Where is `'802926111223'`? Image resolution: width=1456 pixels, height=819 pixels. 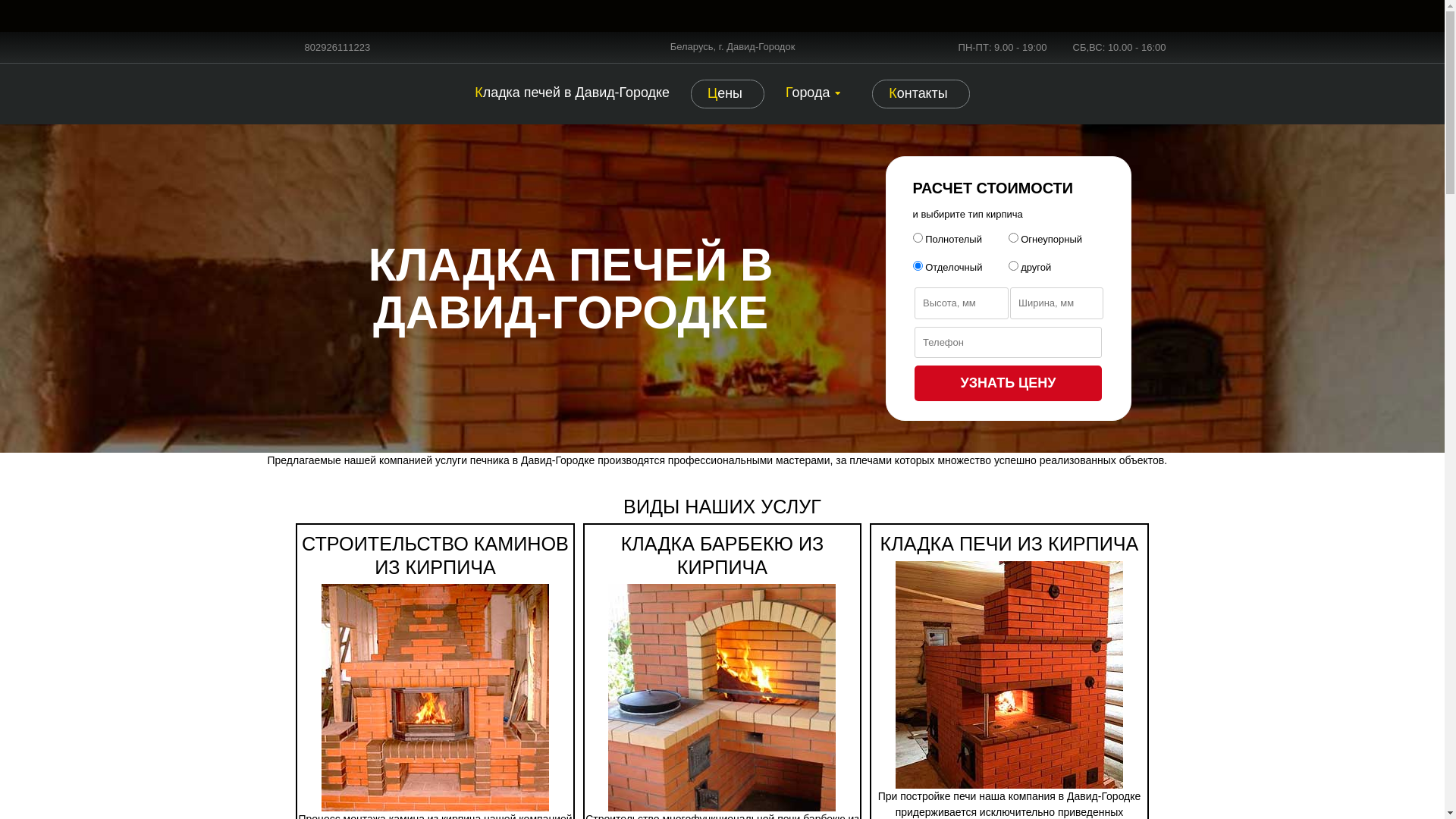 '802926111223' is located at coordinates (337, 46).